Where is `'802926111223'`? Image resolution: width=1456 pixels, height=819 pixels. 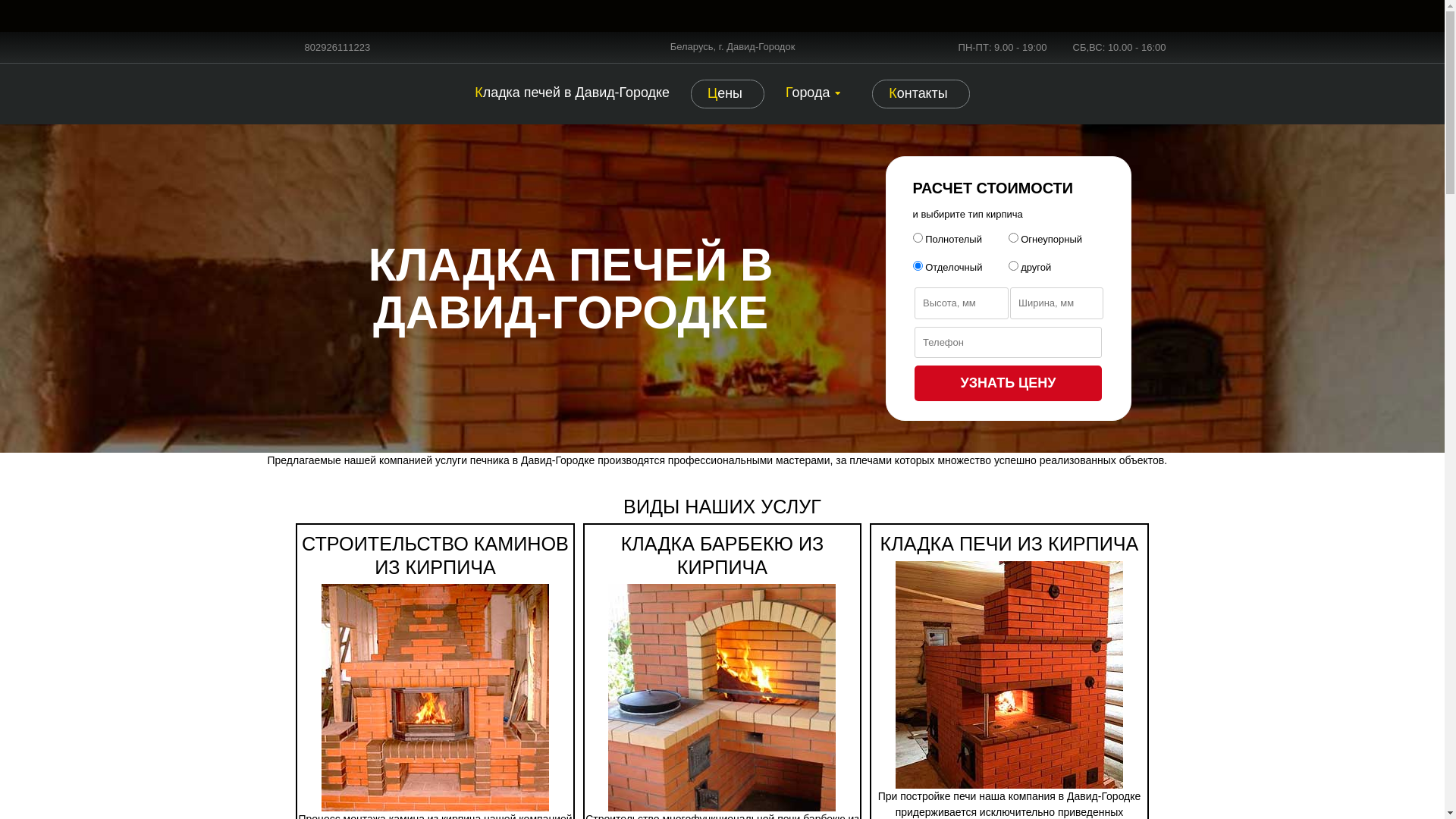 '802926111223' is located at coordinates (337, 46).